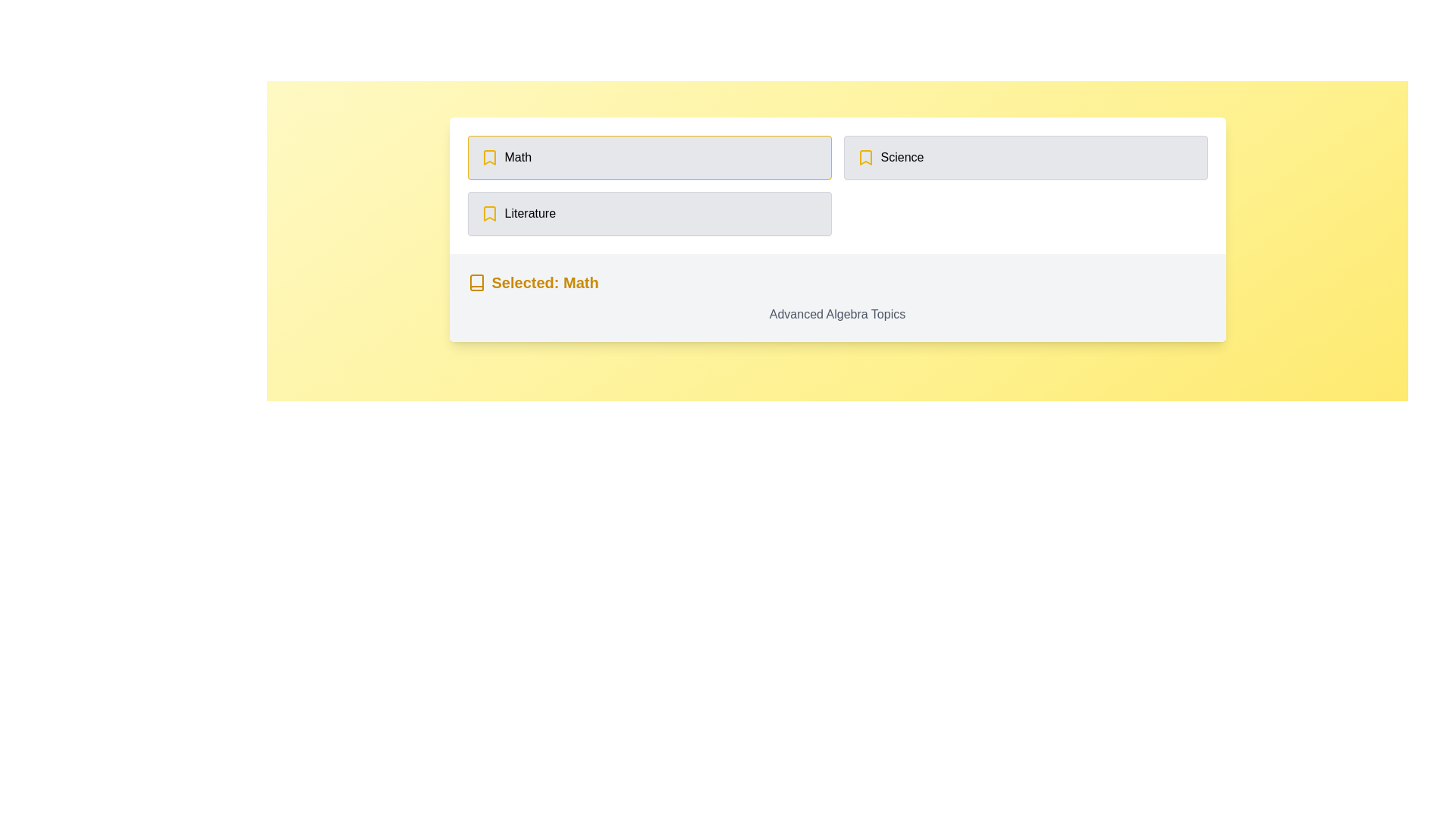 The height and width of the screenshot is (819, 1456). Describe the element at coordinates (475, 283) in the screenshot. I see `the category selection icon indicating 'Math', which is positioned to the left of the text 'Selected: Math'` at that location.